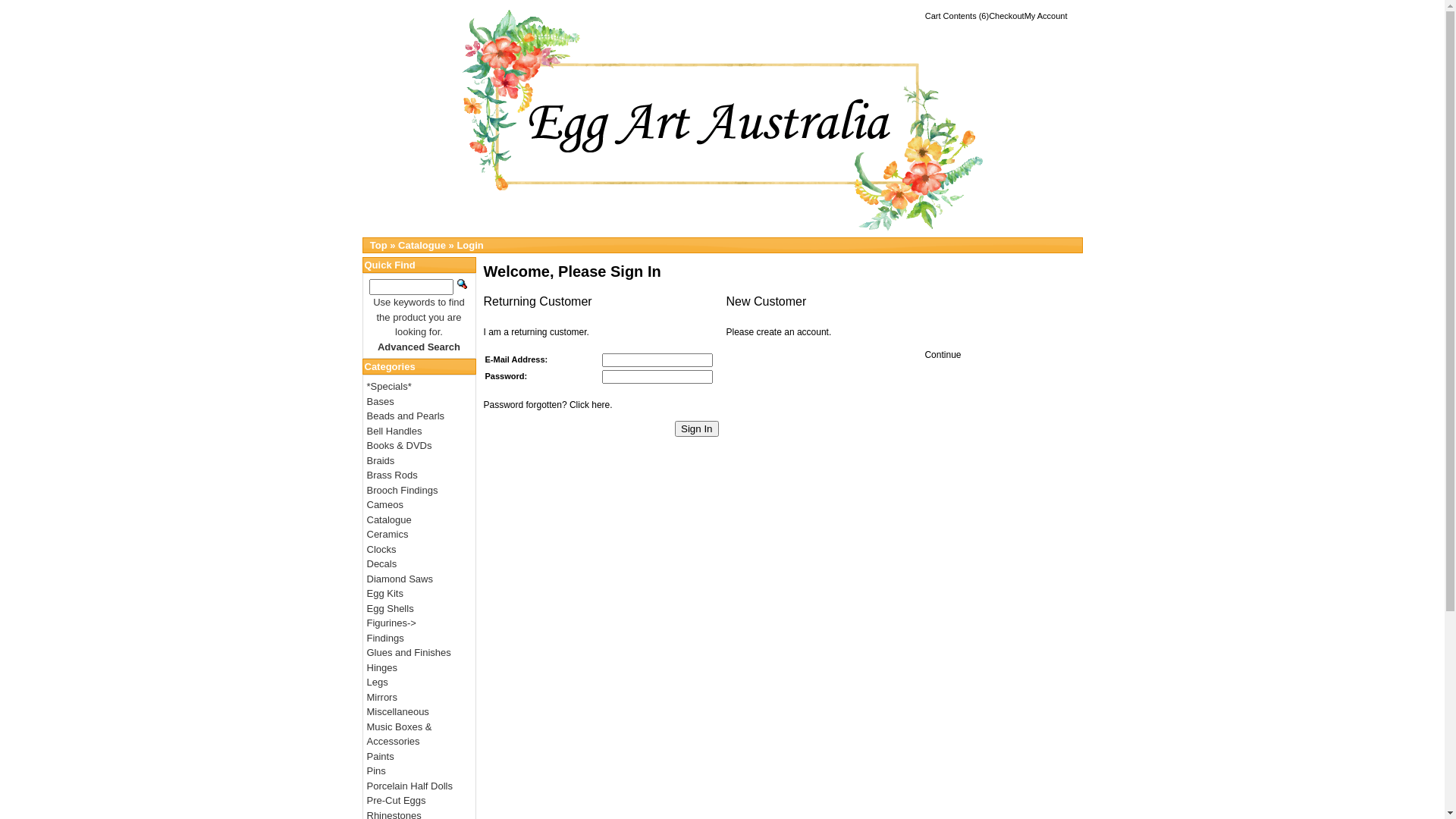 This screenshot has width=1456, height=819. I want to click on 'Decals', so click(382, 563).